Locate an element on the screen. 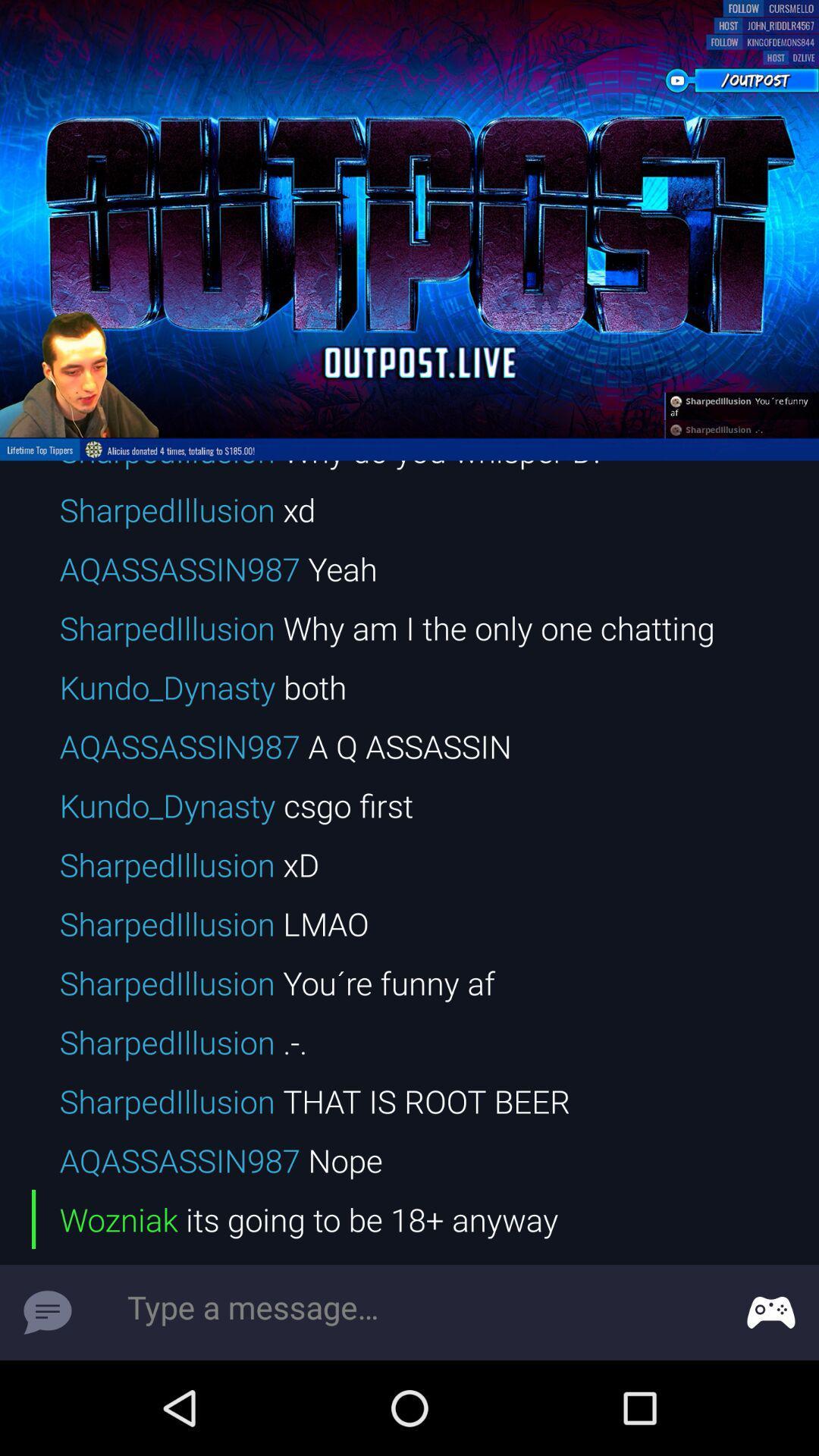 This screenshot has width=819, height=1456. type a message is located at coordinates (409, 1312).